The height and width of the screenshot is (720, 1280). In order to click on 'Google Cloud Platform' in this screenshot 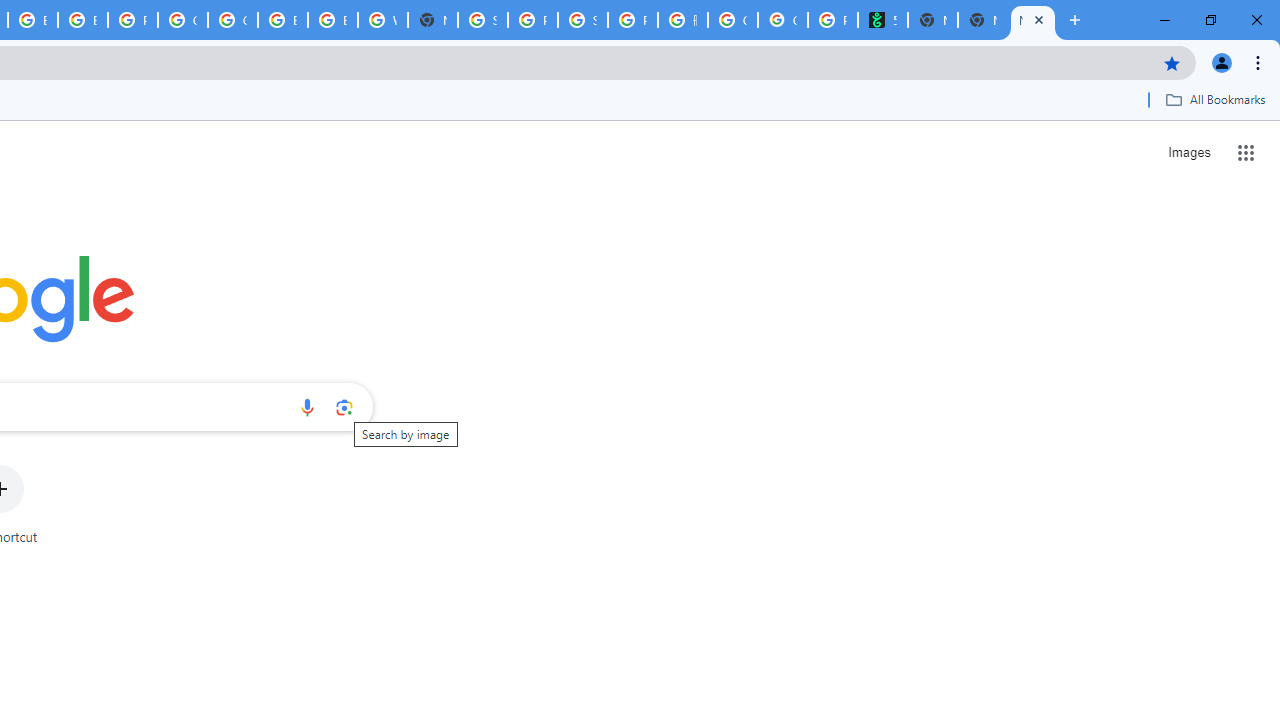, I will do `click(183, 20)`.